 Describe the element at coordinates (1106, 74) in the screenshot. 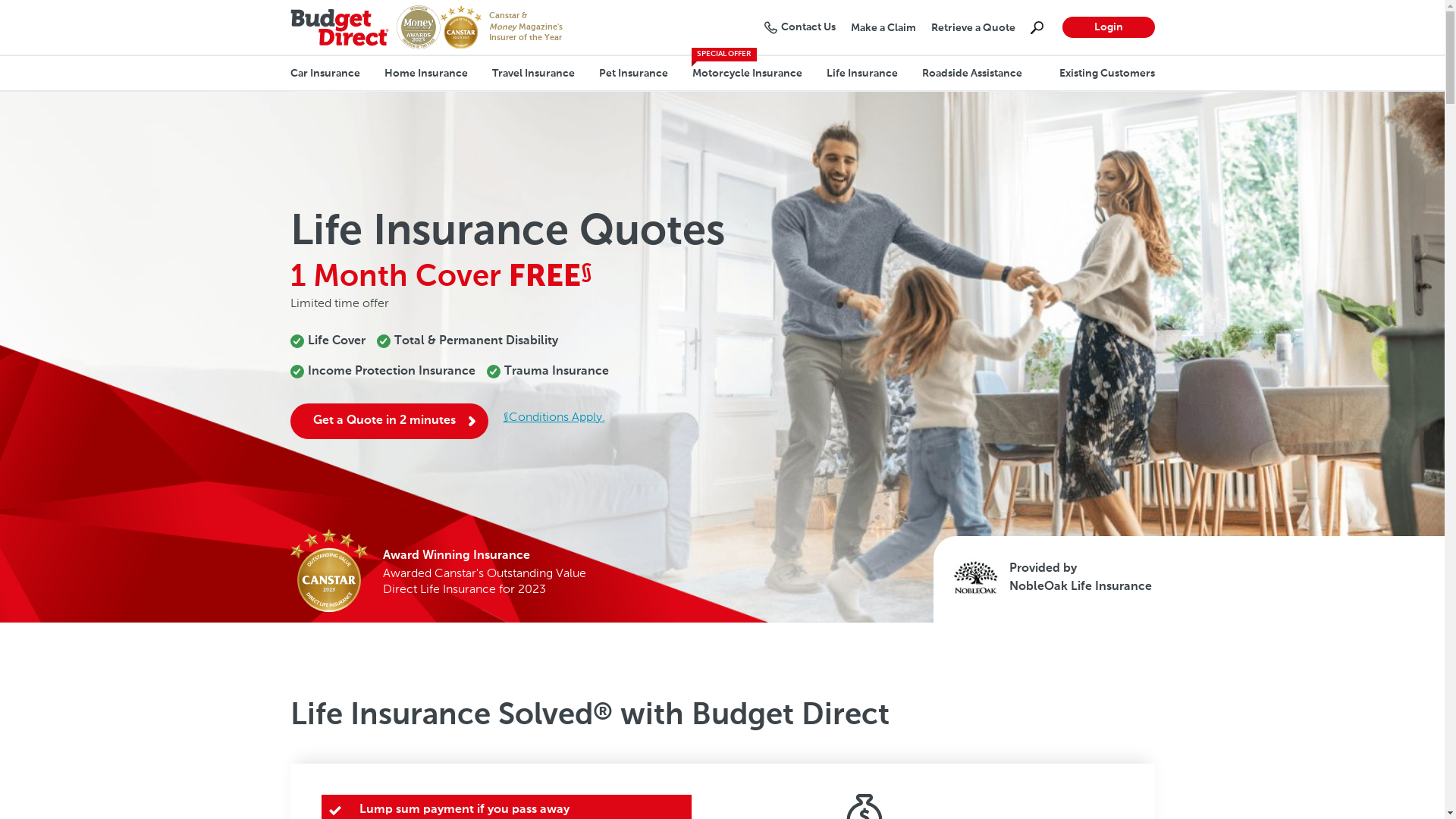

I see `'Existing Customers'` at that location.